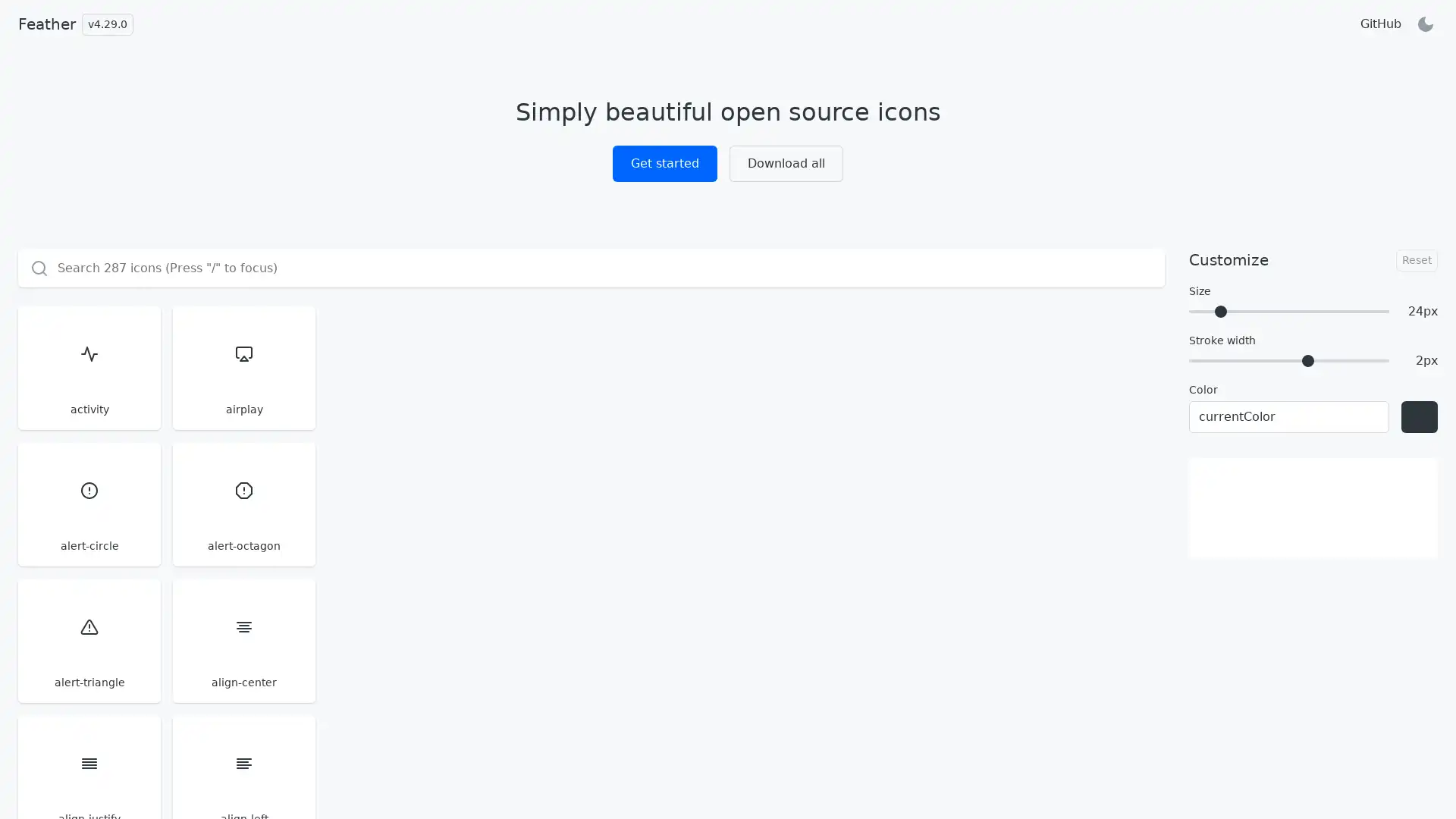  Describe the element at coordinates (461, 368) in the screenshot. I see `alert-octagon` at that location.